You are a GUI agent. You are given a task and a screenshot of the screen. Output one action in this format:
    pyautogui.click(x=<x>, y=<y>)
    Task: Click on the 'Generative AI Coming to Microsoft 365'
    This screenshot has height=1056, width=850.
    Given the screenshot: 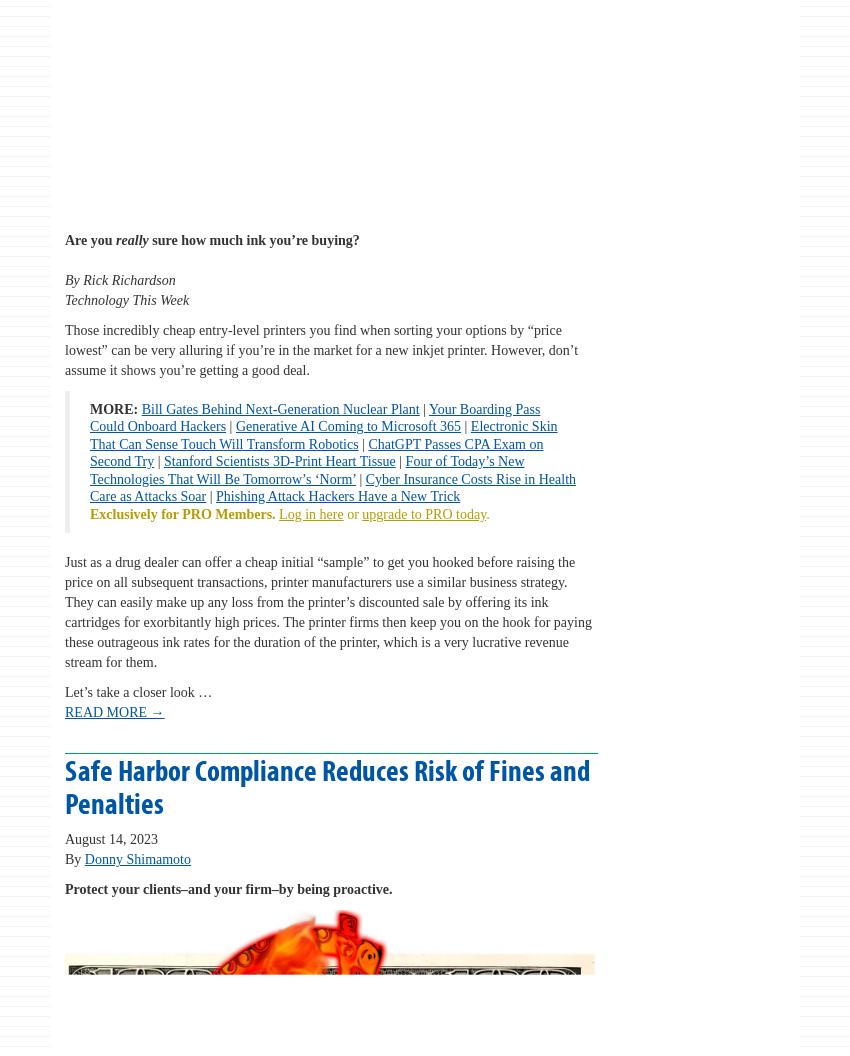 What is the action you would take?
    pyautogui.click(x=346, y=426)
    